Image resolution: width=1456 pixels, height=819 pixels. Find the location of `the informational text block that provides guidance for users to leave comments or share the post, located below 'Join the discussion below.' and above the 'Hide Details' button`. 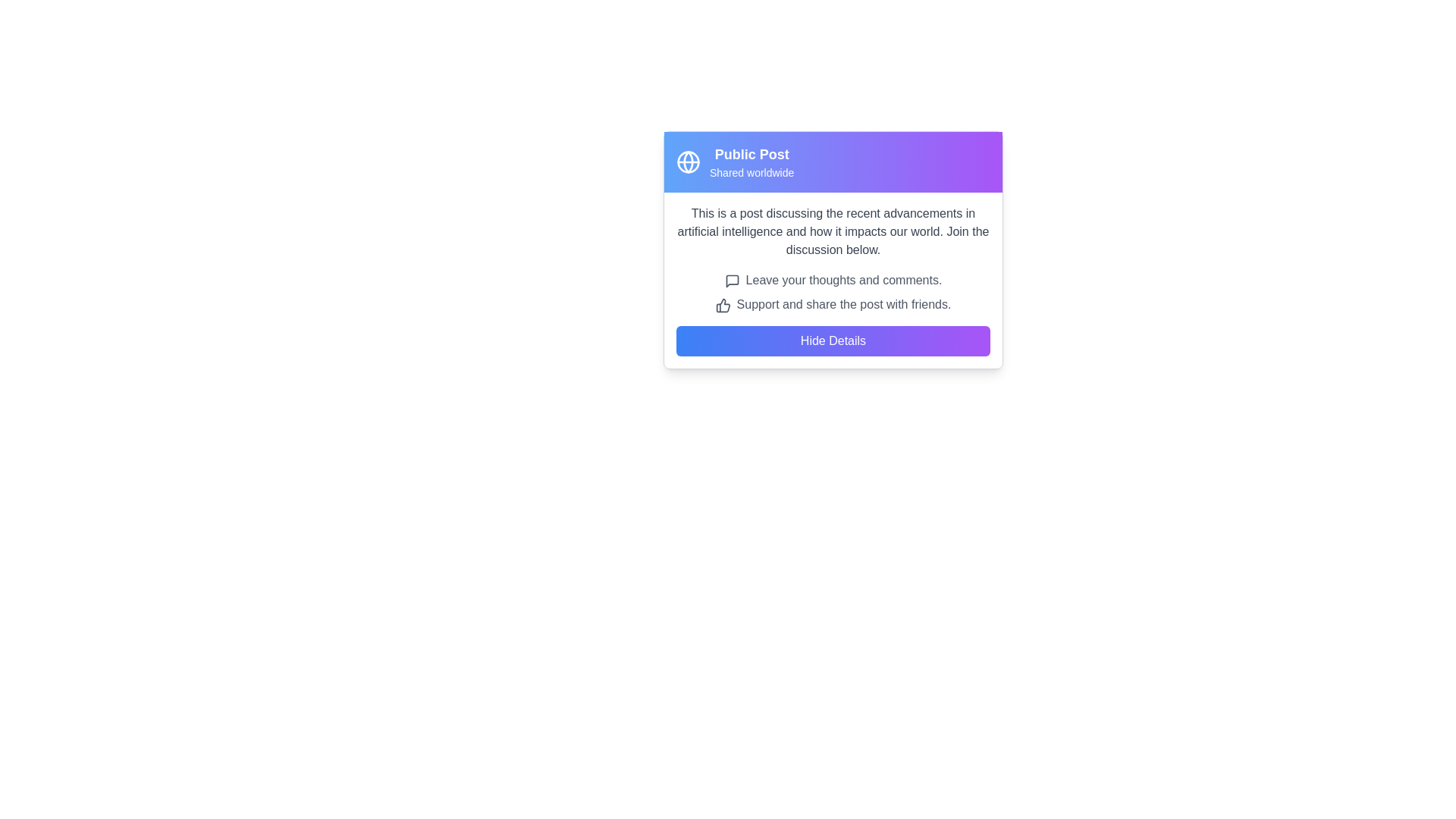

the informational text block that provides guidance for users to leave comments or share the post, located below 'Join the discussion below.' and above the 'Hide Details' button is located at coordinates (833, 292).